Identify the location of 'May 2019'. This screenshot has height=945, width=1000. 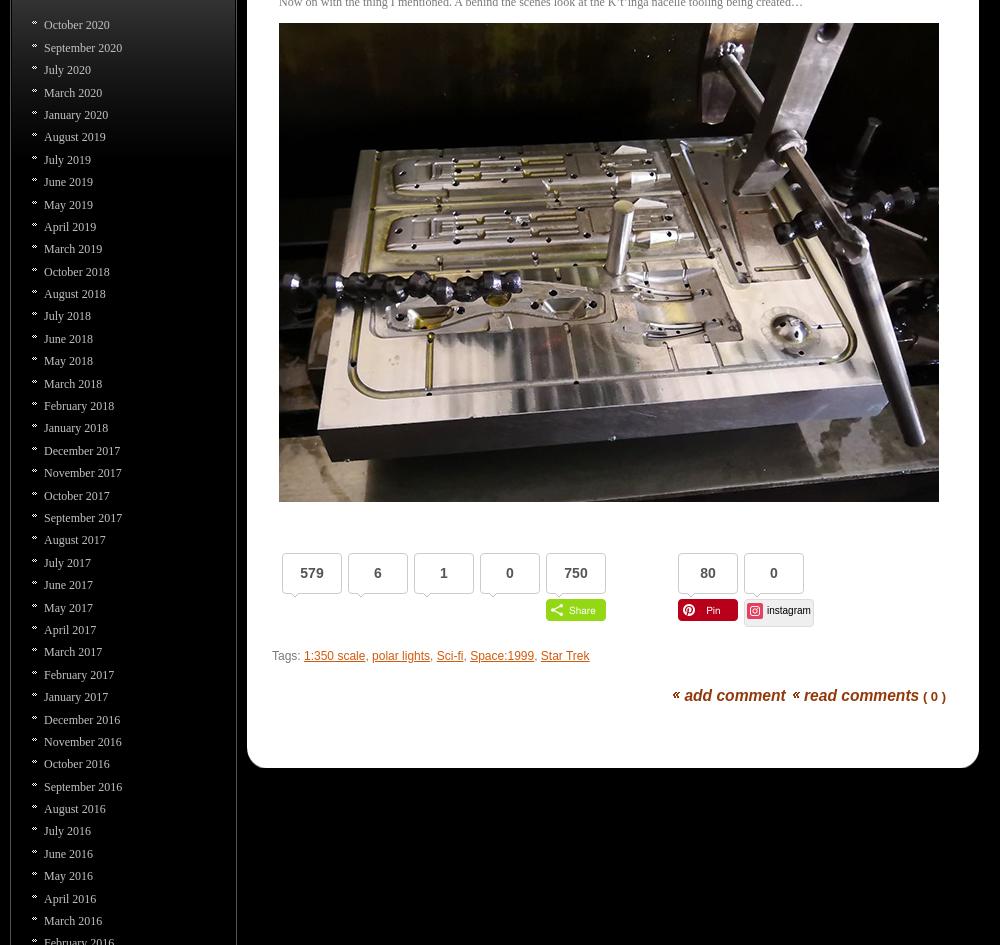
(44, 203).